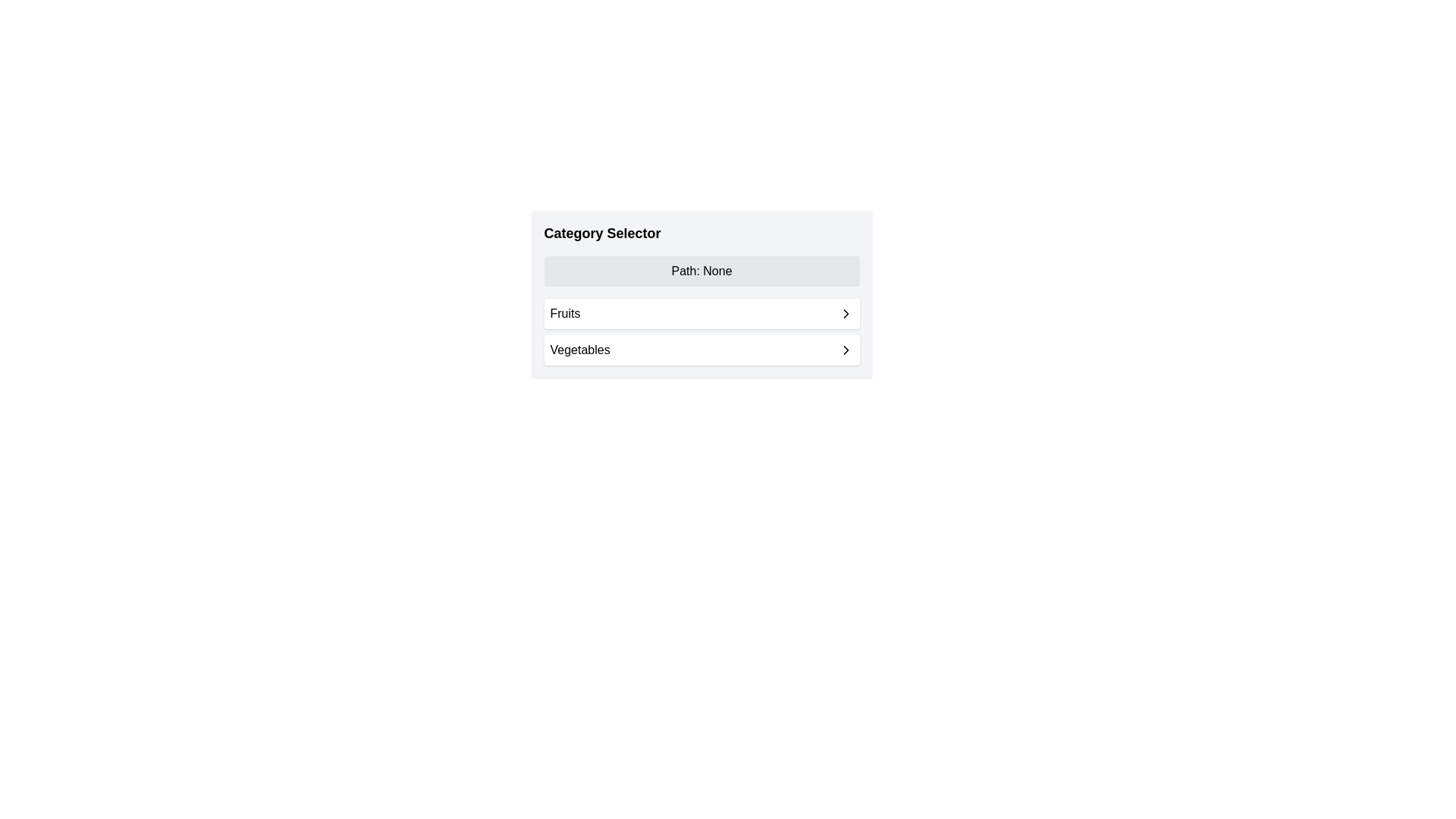 The height and width of the screenshot is (819, 1456). What do you see at coordinates (845, 350) in the screenshot?
I see `the Interactive navigation icon (chevron right) located at the far right of the 'Vegetables' button` at bounding box center [845, 350].